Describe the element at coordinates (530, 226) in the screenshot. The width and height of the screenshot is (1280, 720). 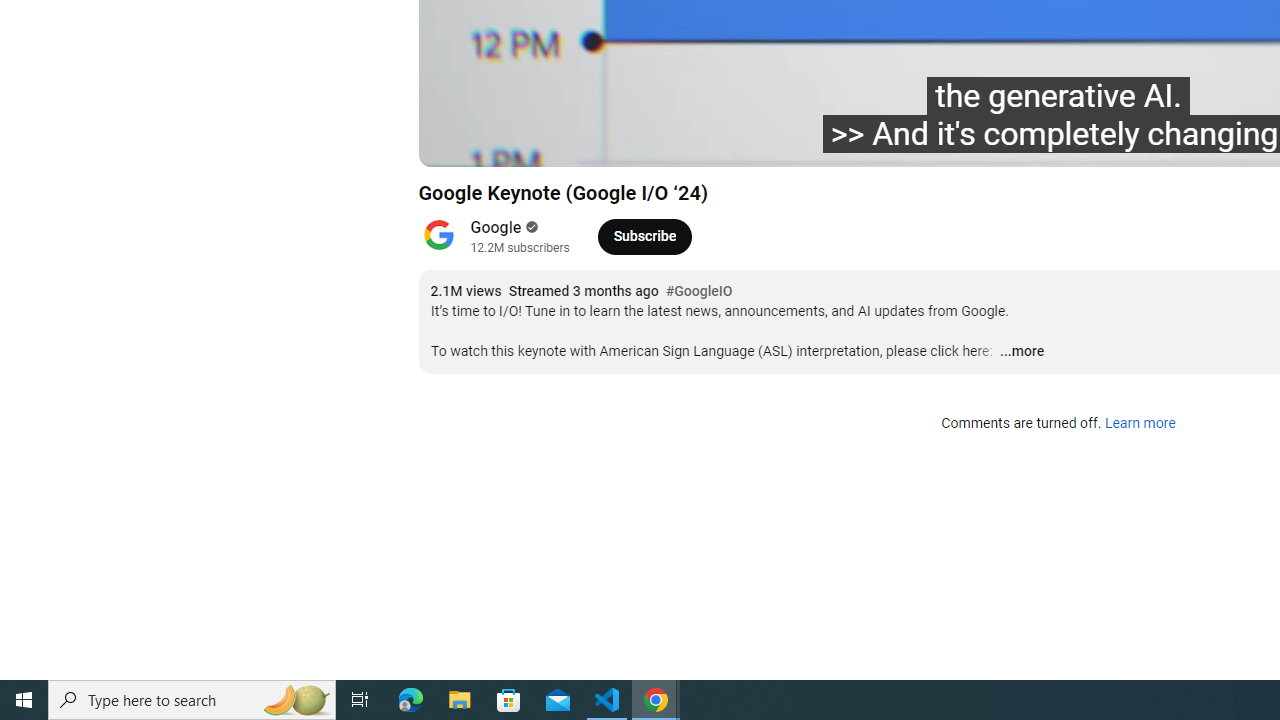
I see `'Verified'` at that location.